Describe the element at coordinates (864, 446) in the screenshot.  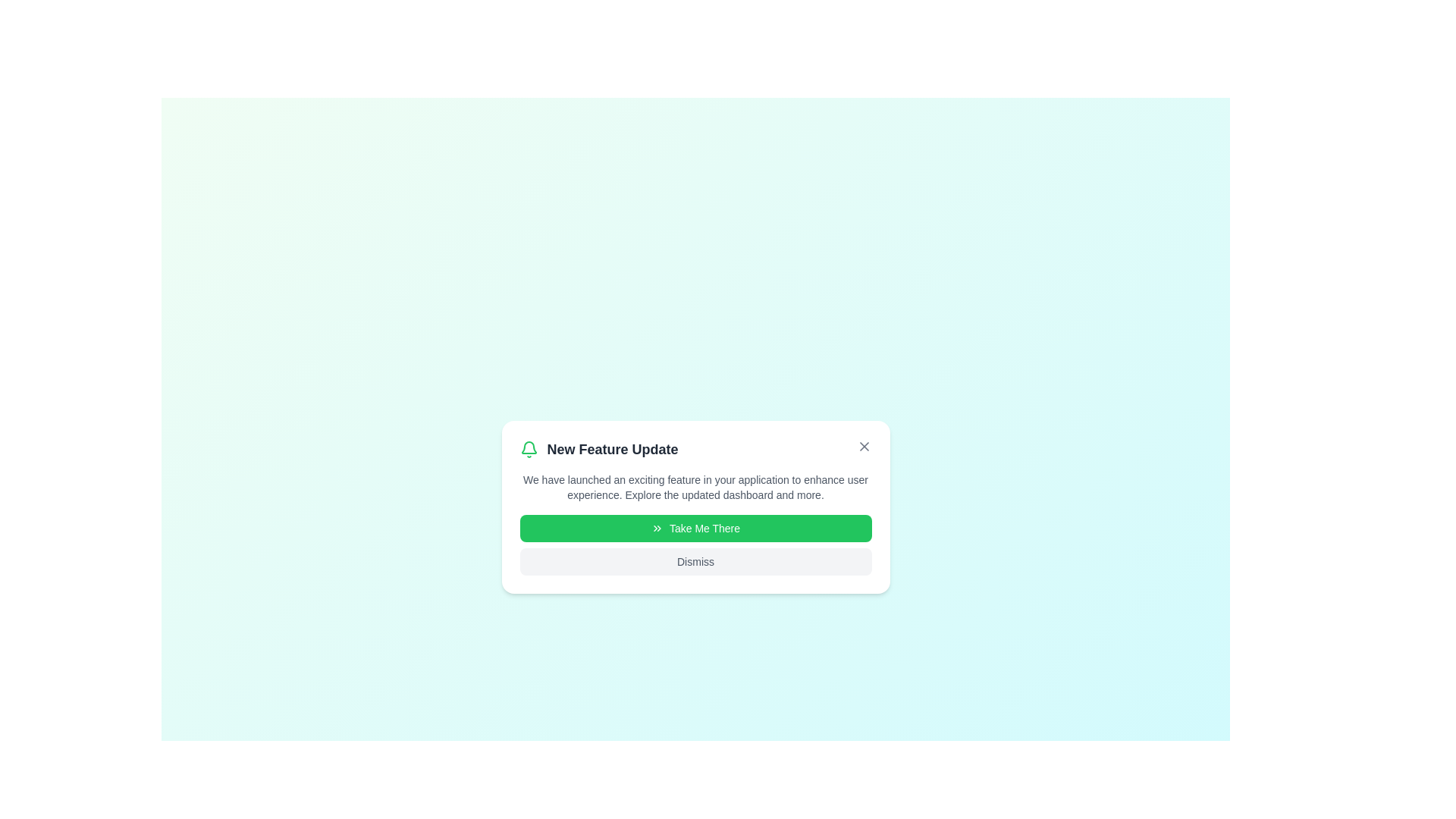
I see `the close button in the top-right corner of the alert` at that location.